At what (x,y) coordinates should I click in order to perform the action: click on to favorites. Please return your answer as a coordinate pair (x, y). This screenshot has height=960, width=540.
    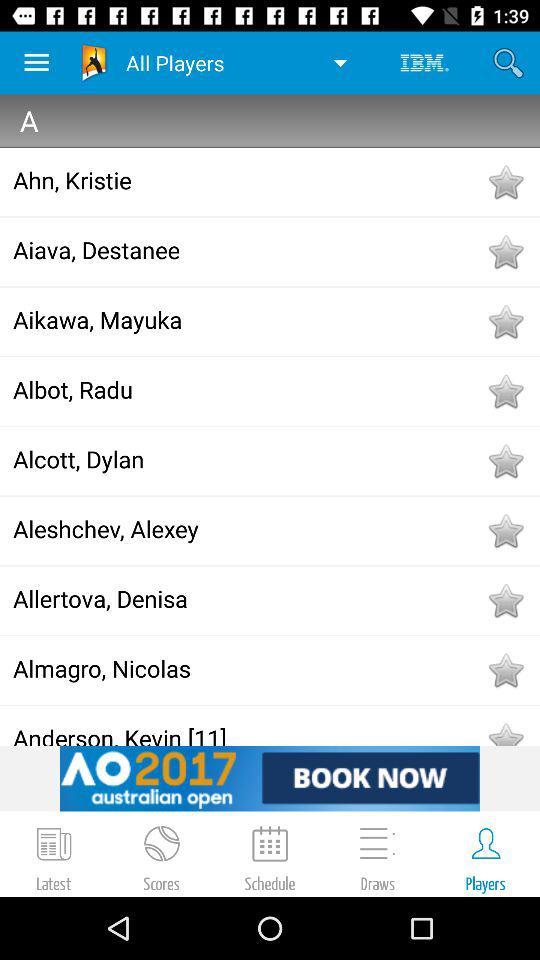
    Looking at the image, I should click on (504, 529).